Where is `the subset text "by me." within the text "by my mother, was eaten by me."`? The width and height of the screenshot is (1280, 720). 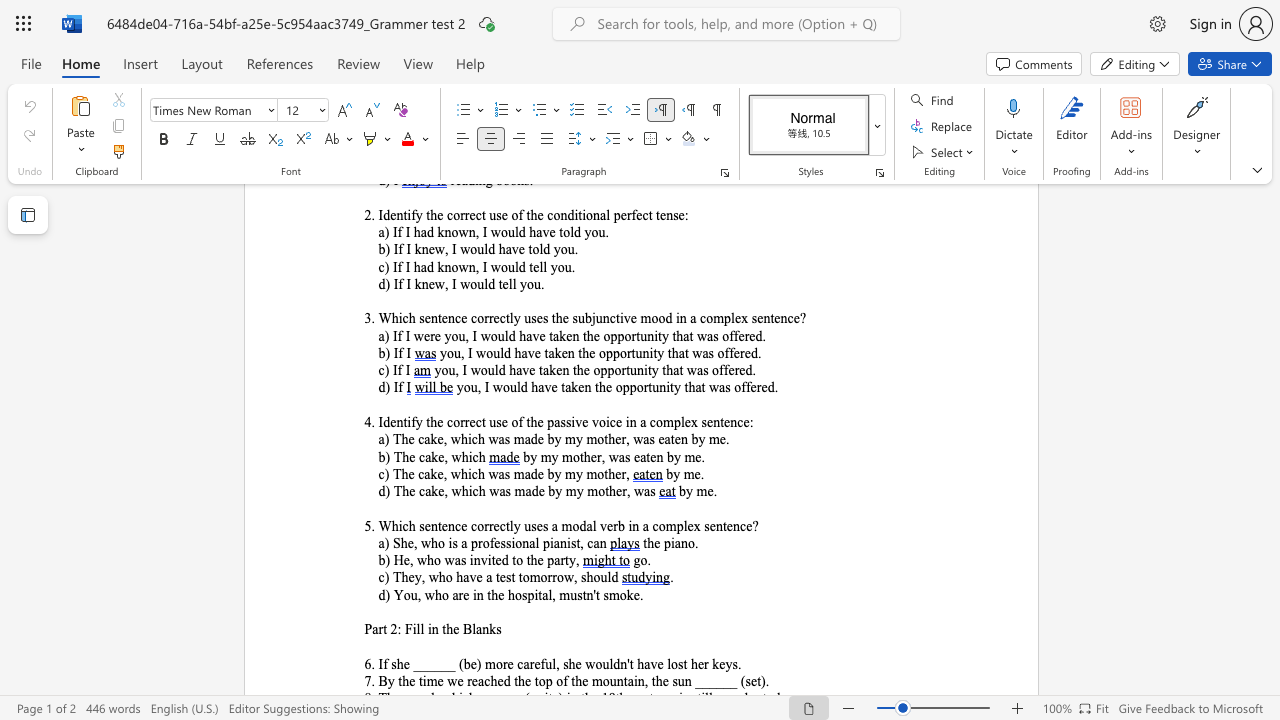 the subset text "by me." within the text "by my mother, was eaten by me." is located at coordinates (667, 457).